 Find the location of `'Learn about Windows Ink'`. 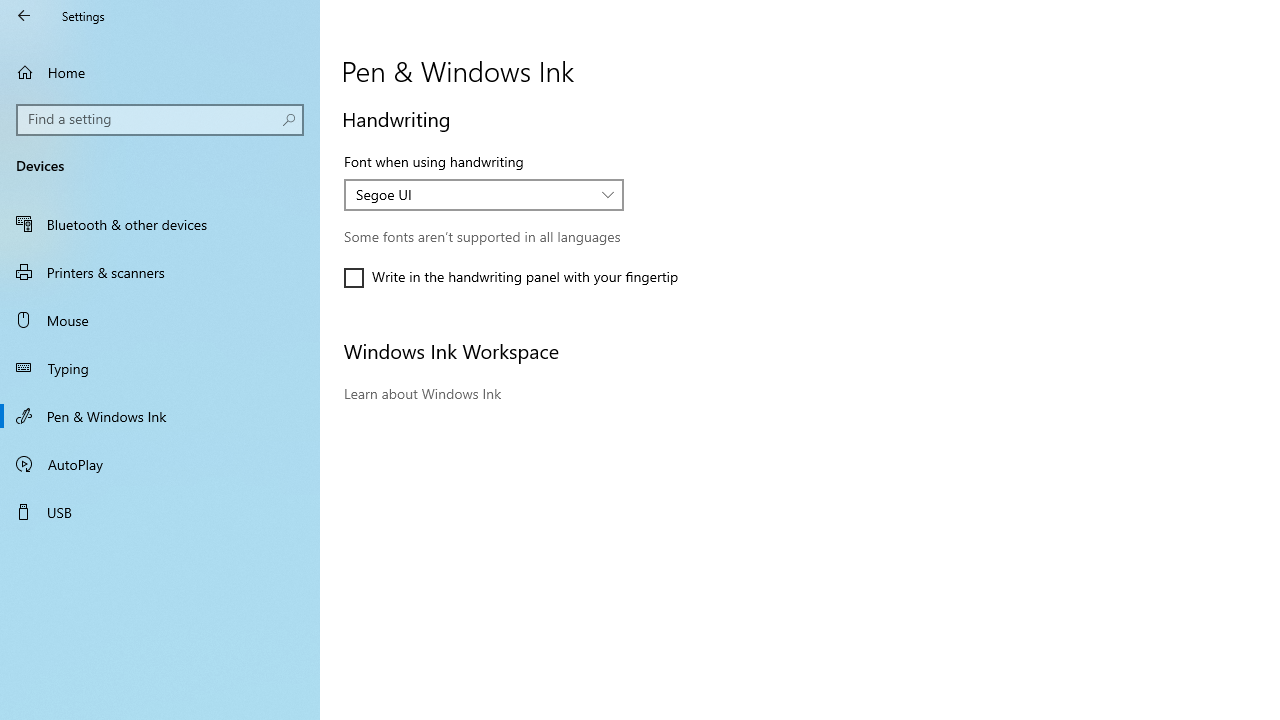

'Learn about Windows Ink' is located at coordinates (422, 393).